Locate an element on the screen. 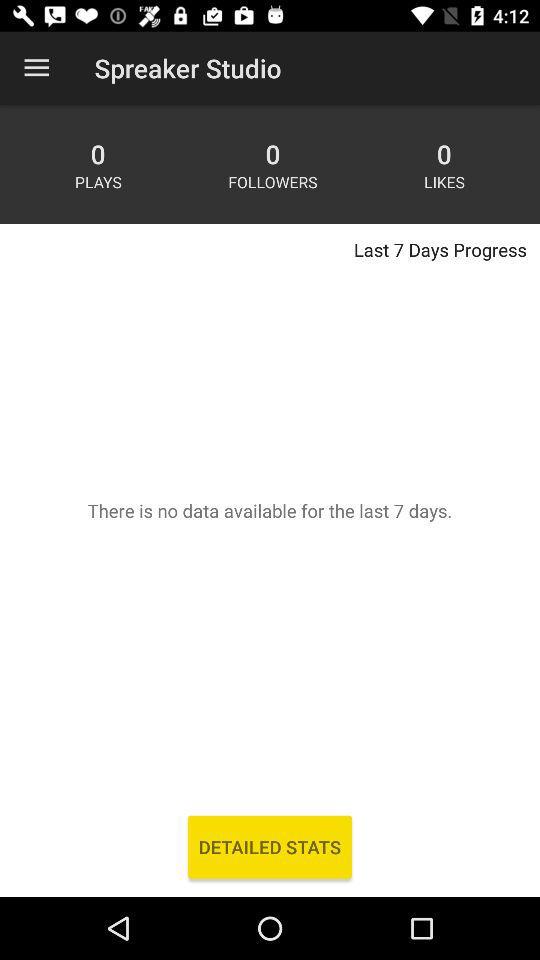 Image resolution: width=540 pixels, height=960 pixels. app to the left of the spreaker studio app is located at coordinates (36, 68).